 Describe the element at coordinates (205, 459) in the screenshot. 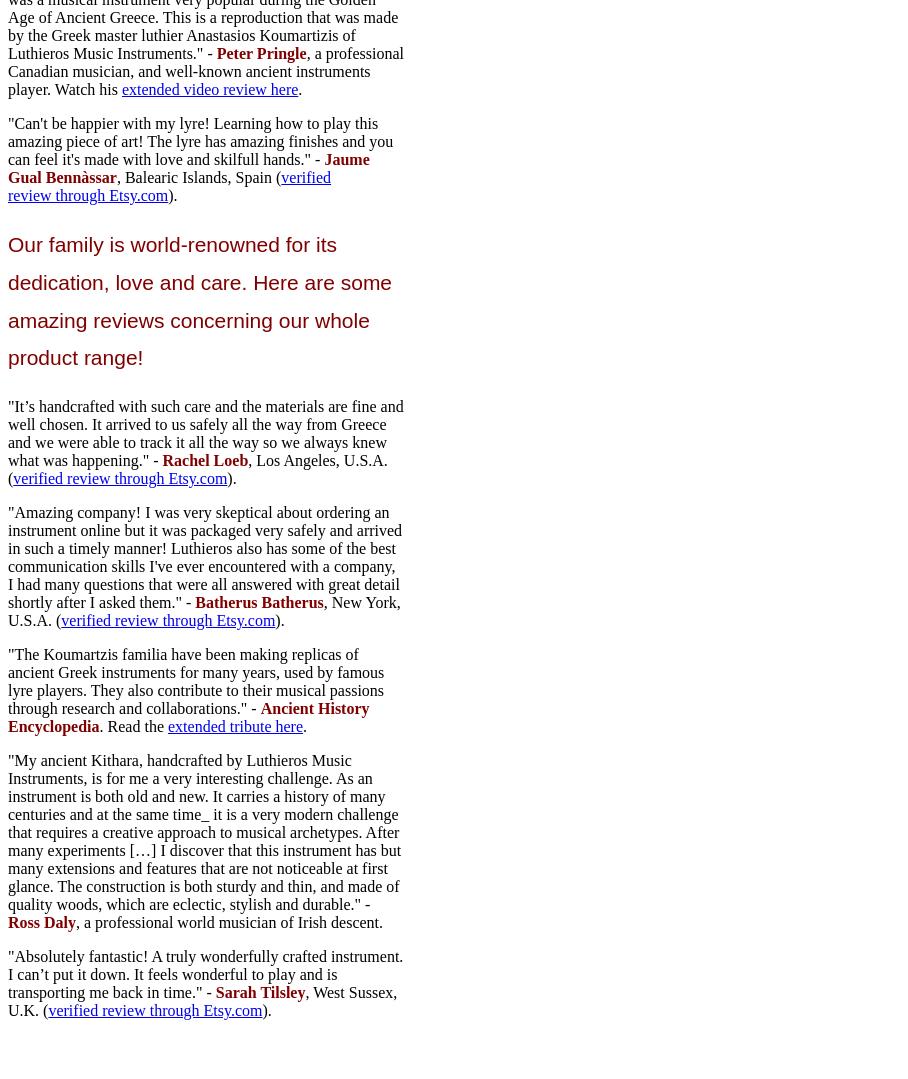

I see `'Rachel Loeb'` at that location.